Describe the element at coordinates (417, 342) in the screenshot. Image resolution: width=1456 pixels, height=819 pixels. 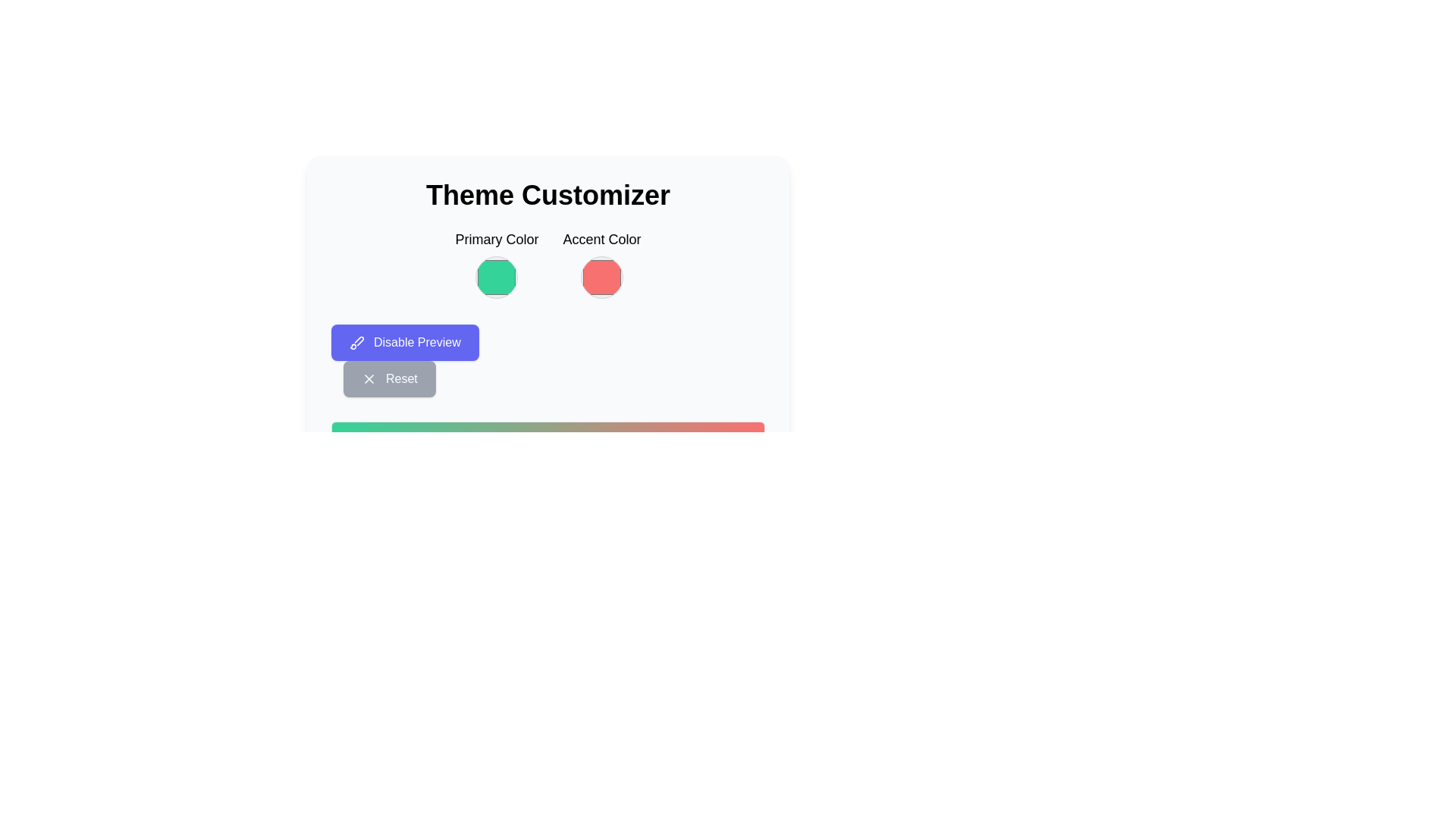
I see `the text 'Disable Preview' which is displayed in white font on a purple button, located below the 'Primary Color' and 'Accent Color' selectors` at that location.